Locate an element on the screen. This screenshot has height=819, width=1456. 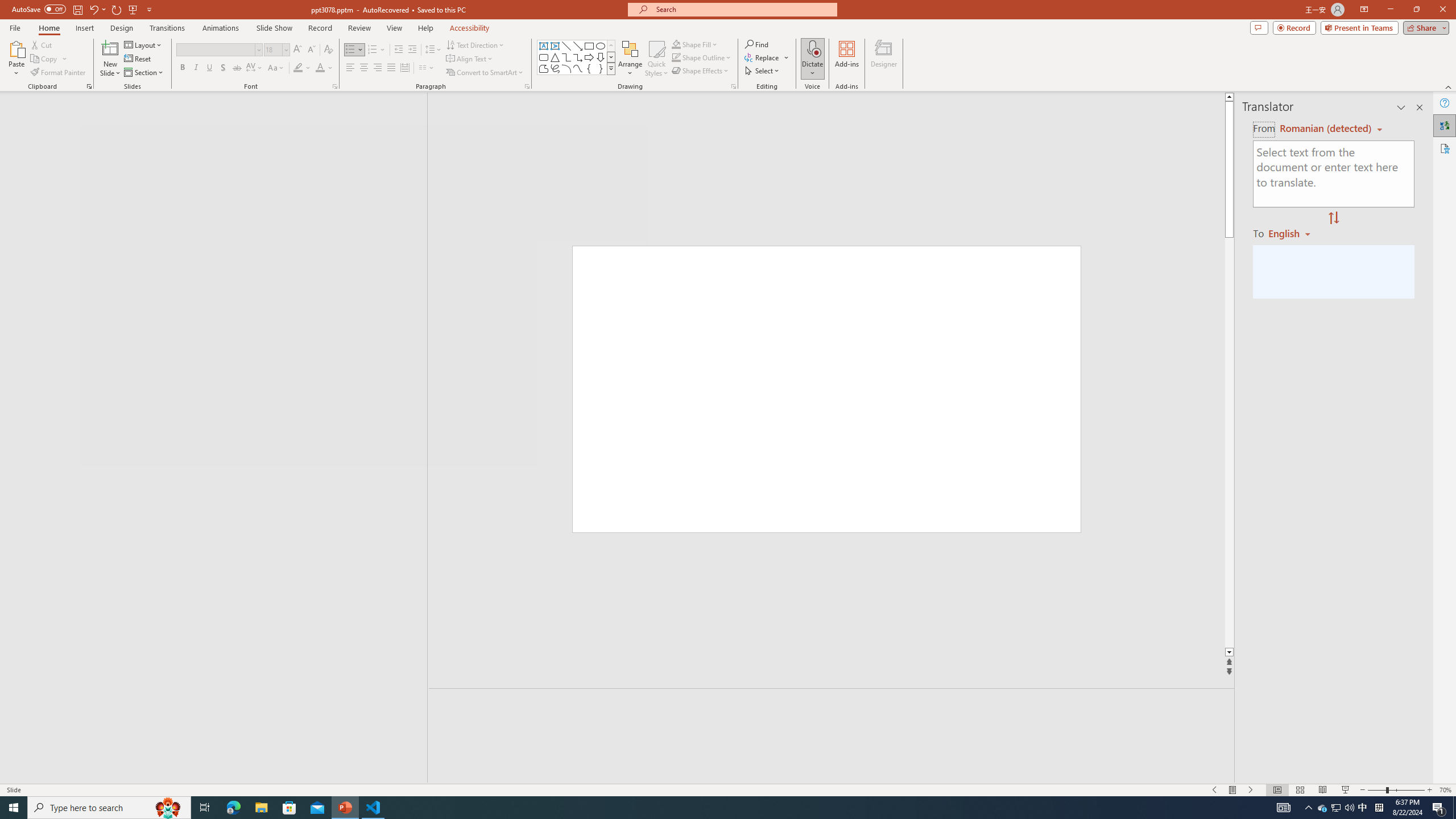
'Numbering' is located at coordinates (377, 49).